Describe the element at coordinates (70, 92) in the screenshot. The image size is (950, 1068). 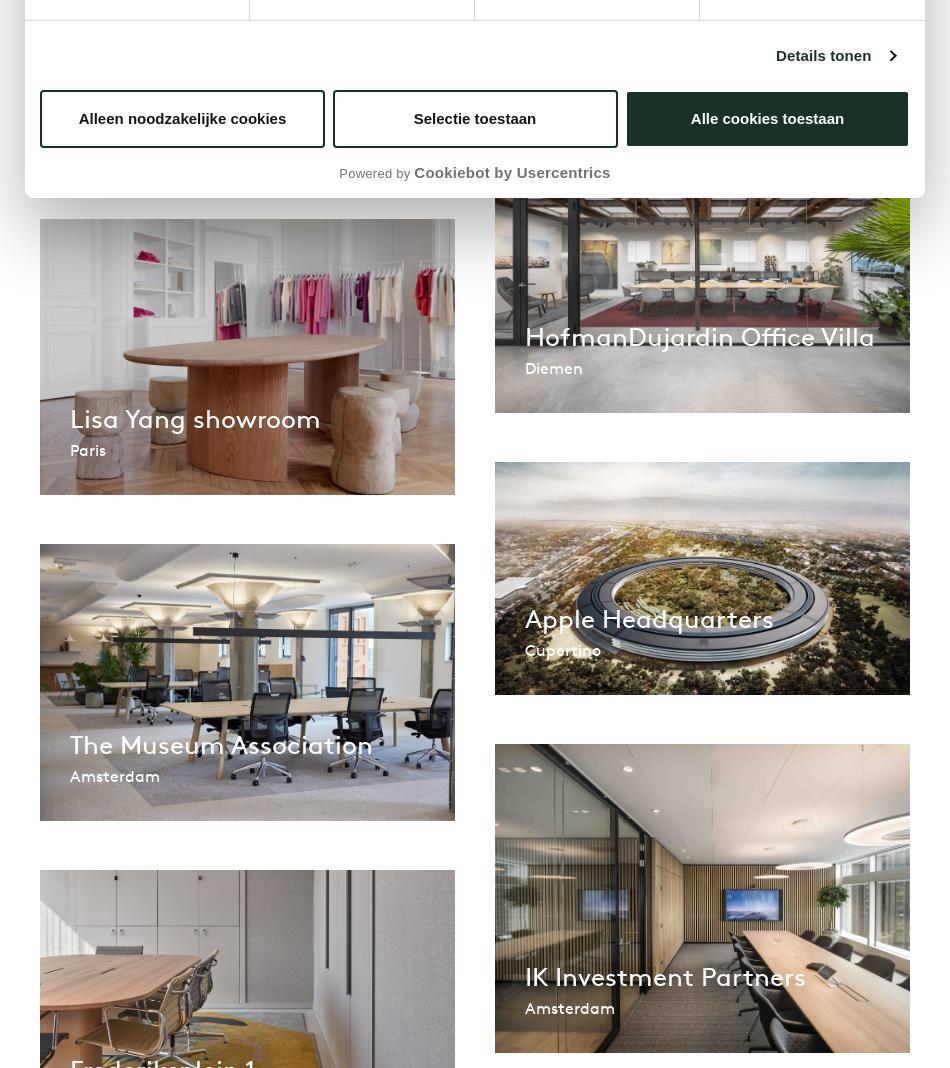
I see `'VMRE | Buro Modern'` at that location.